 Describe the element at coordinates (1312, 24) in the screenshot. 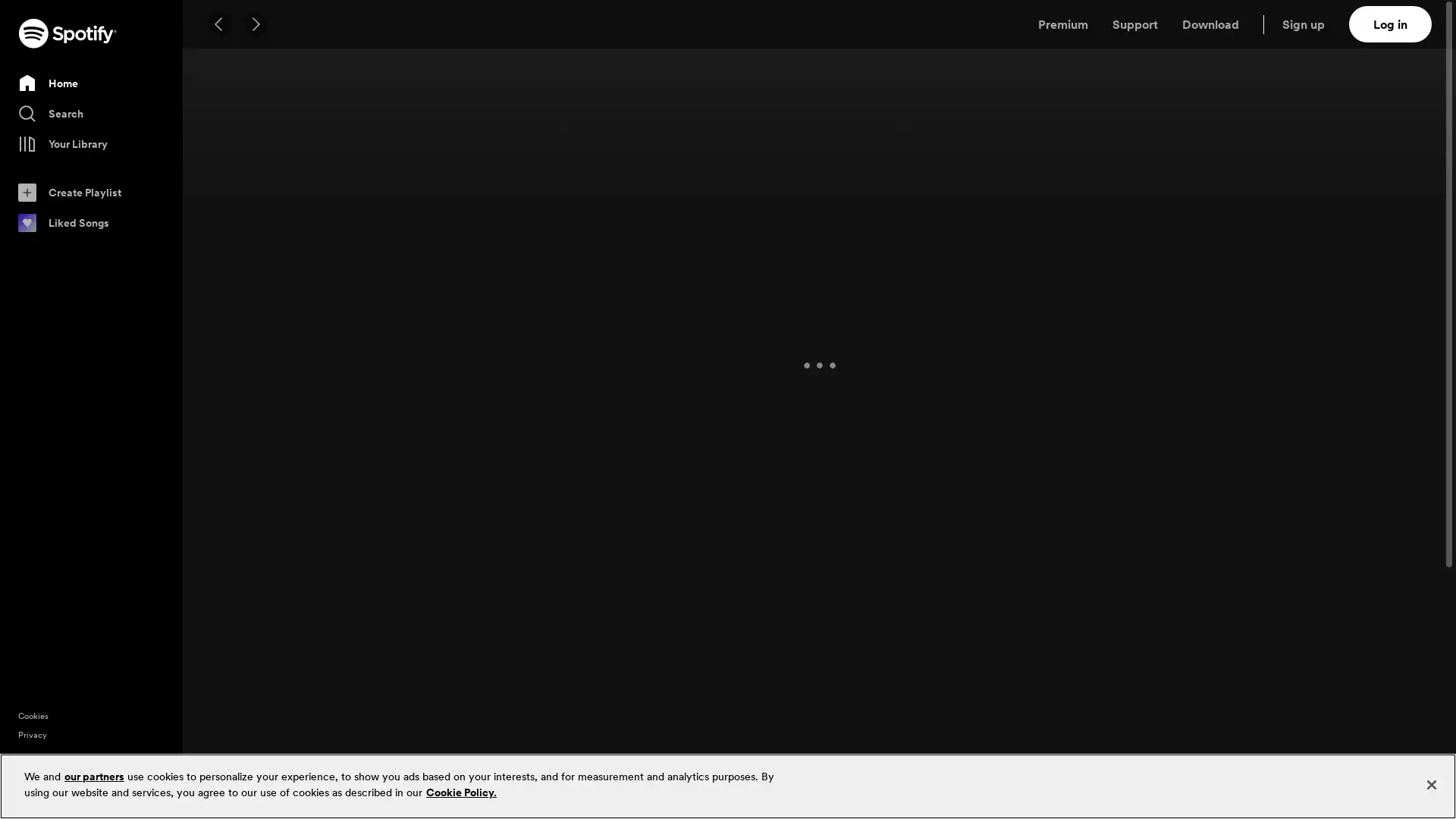

I see `Sign up` at that location.